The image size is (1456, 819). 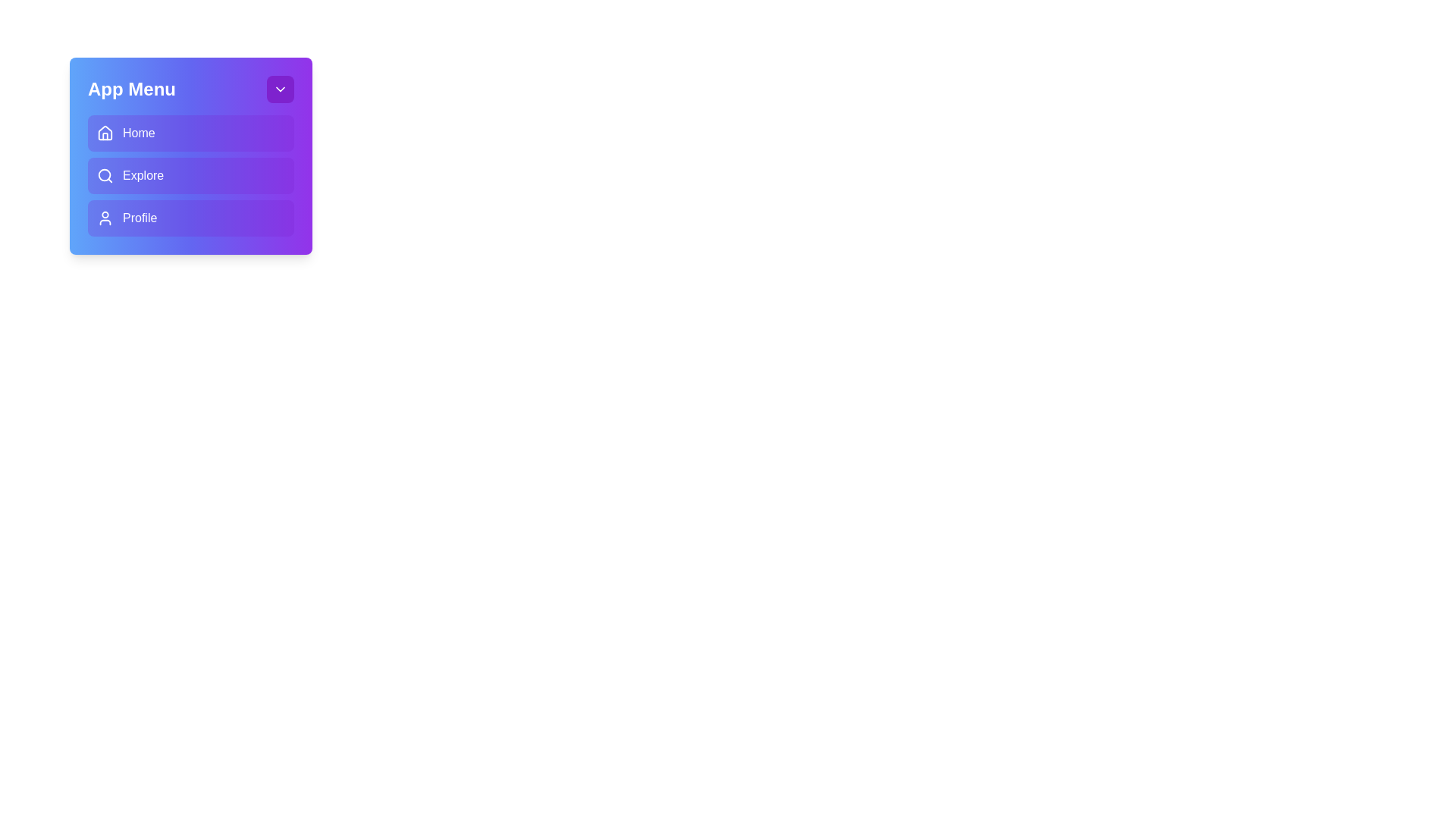 I want to click on the text label of the navigation menu item that directs to the exploration feature, so click(x=143, y=174).